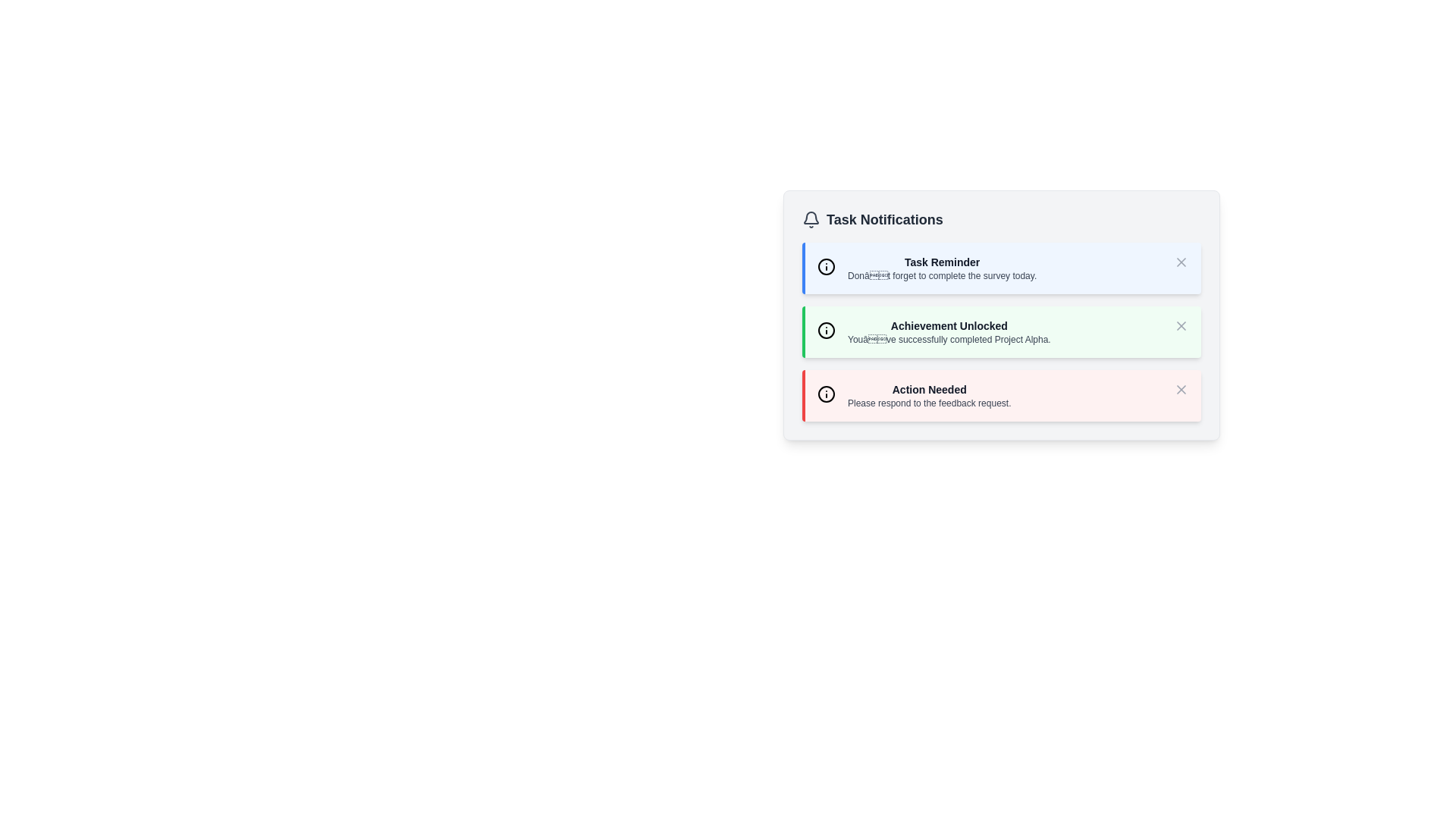 This screenshot has width=1456, height=819. I want to click on the label with icon that serves as a title for the user notifications section, located at the top-left of the panel, so click(872, 219).